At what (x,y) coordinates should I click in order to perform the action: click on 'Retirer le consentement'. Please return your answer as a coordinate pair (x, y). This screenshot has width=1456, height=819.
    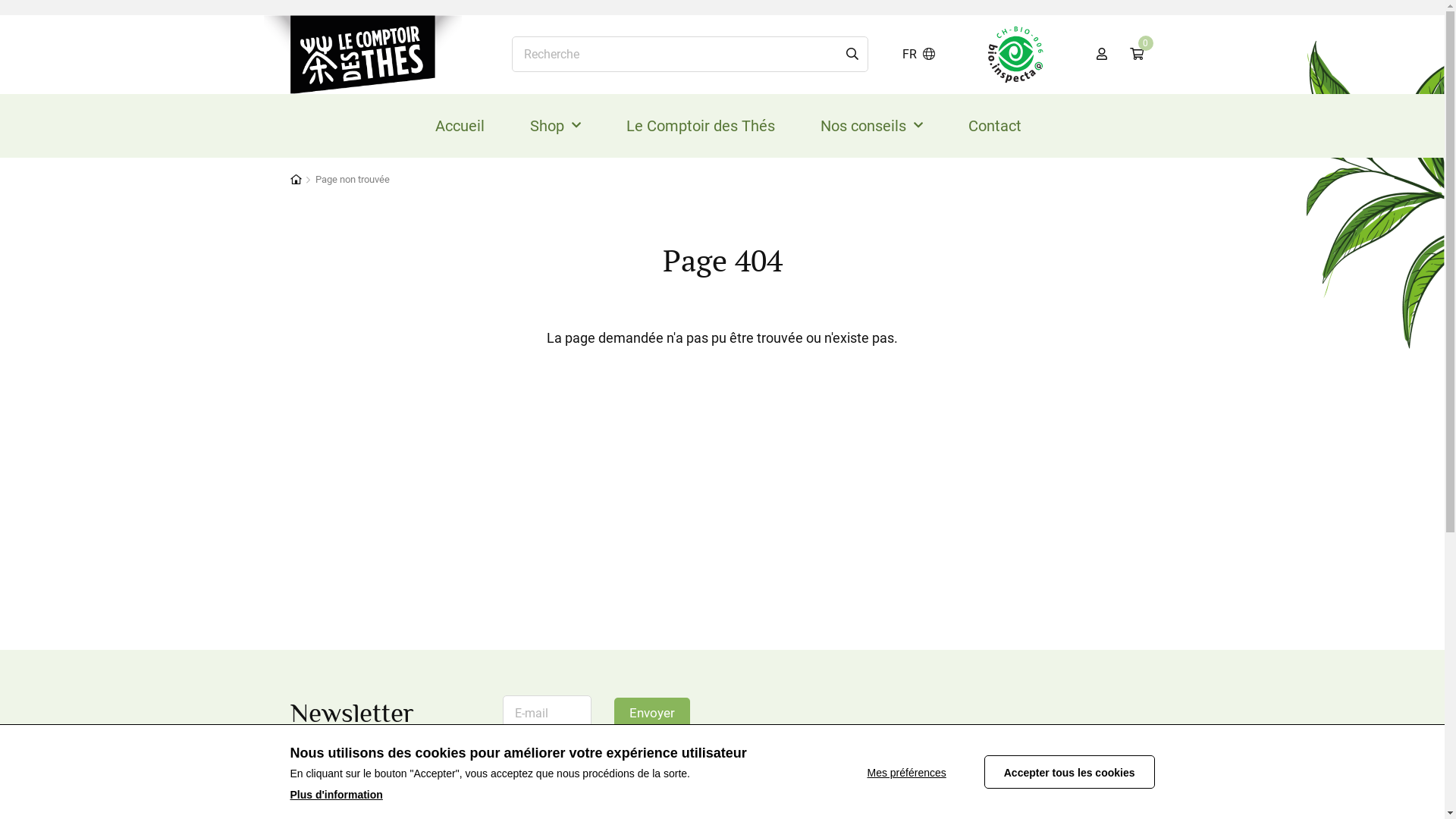
    Looking at the image, I should click on (924, 772).